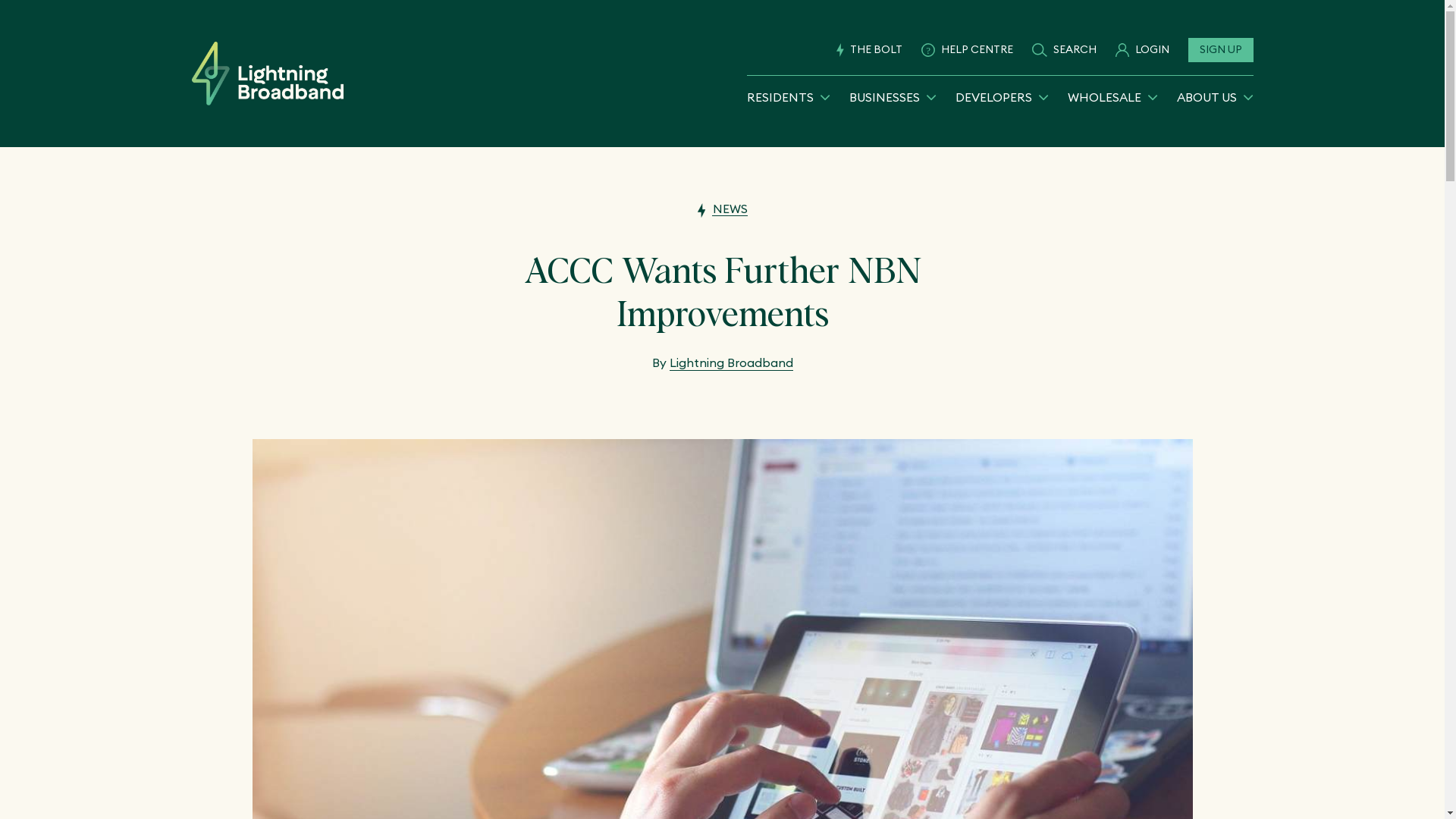  I want to click on 'WHOLESALE', so click(1112, 97).